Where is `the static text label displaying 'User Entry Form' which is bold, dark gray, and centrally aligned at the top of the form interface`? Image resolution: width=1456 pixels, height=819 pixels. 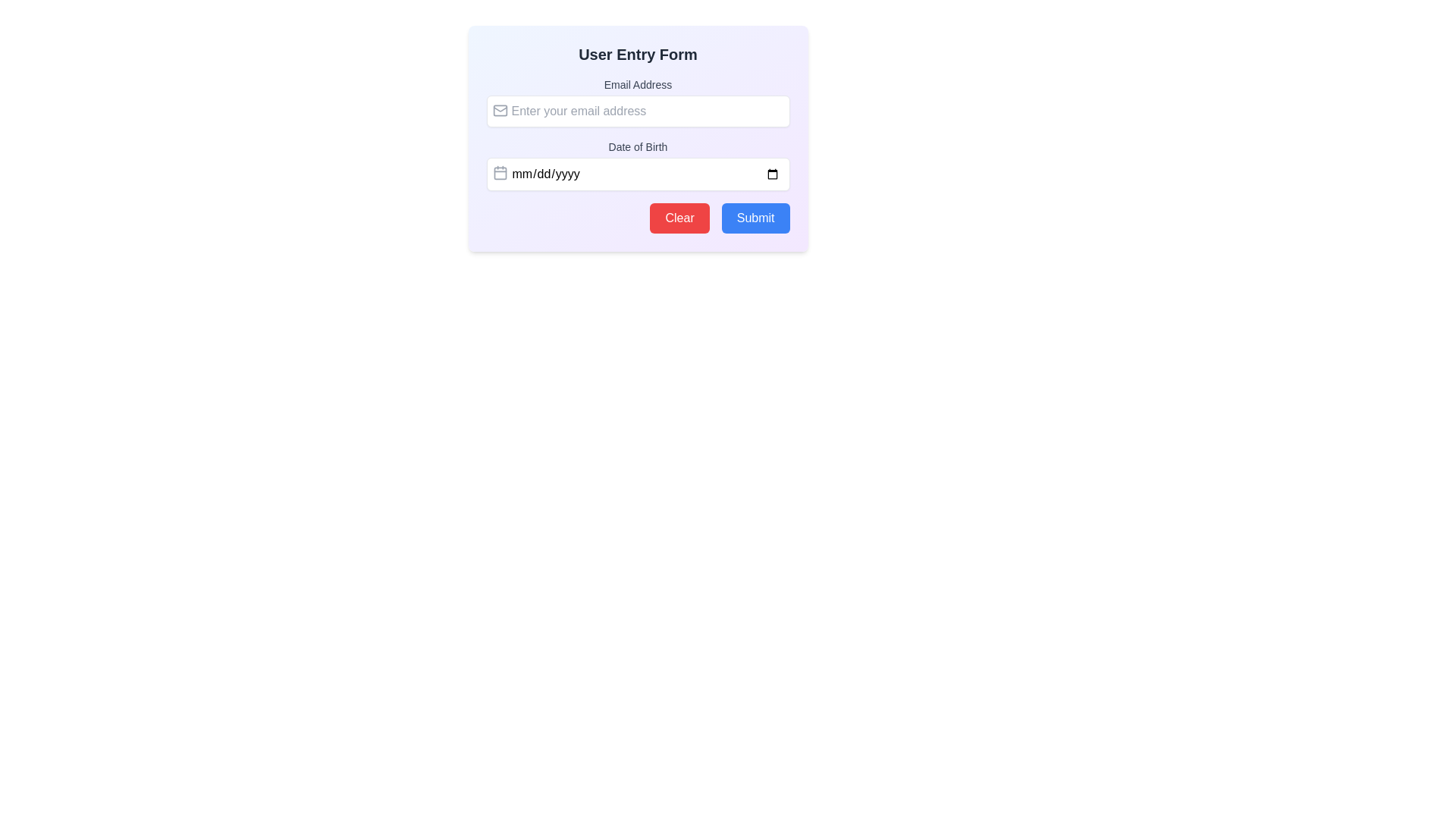
the static text label displaying 'User Entry Form' which is bold, dark gray, and centrally aligned at the top of the form interface is located at coordinates (638, 54).